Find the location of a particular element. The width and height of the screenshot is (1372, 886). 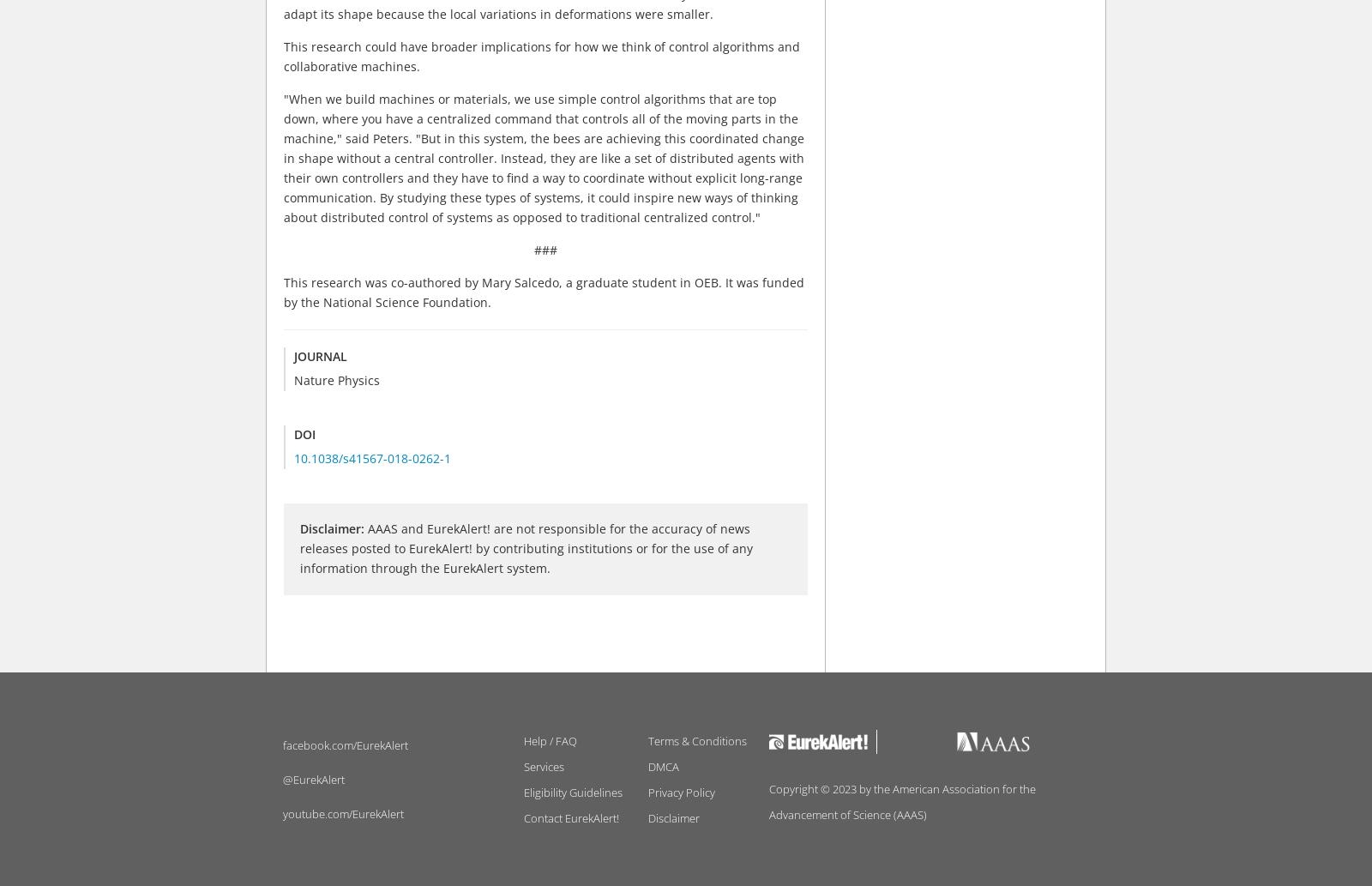

'This research was co-authored by Mary Salcedo, a graduate student in OEB. It was funded by the National Science Foundation.' is located at coordinates (544, 291).